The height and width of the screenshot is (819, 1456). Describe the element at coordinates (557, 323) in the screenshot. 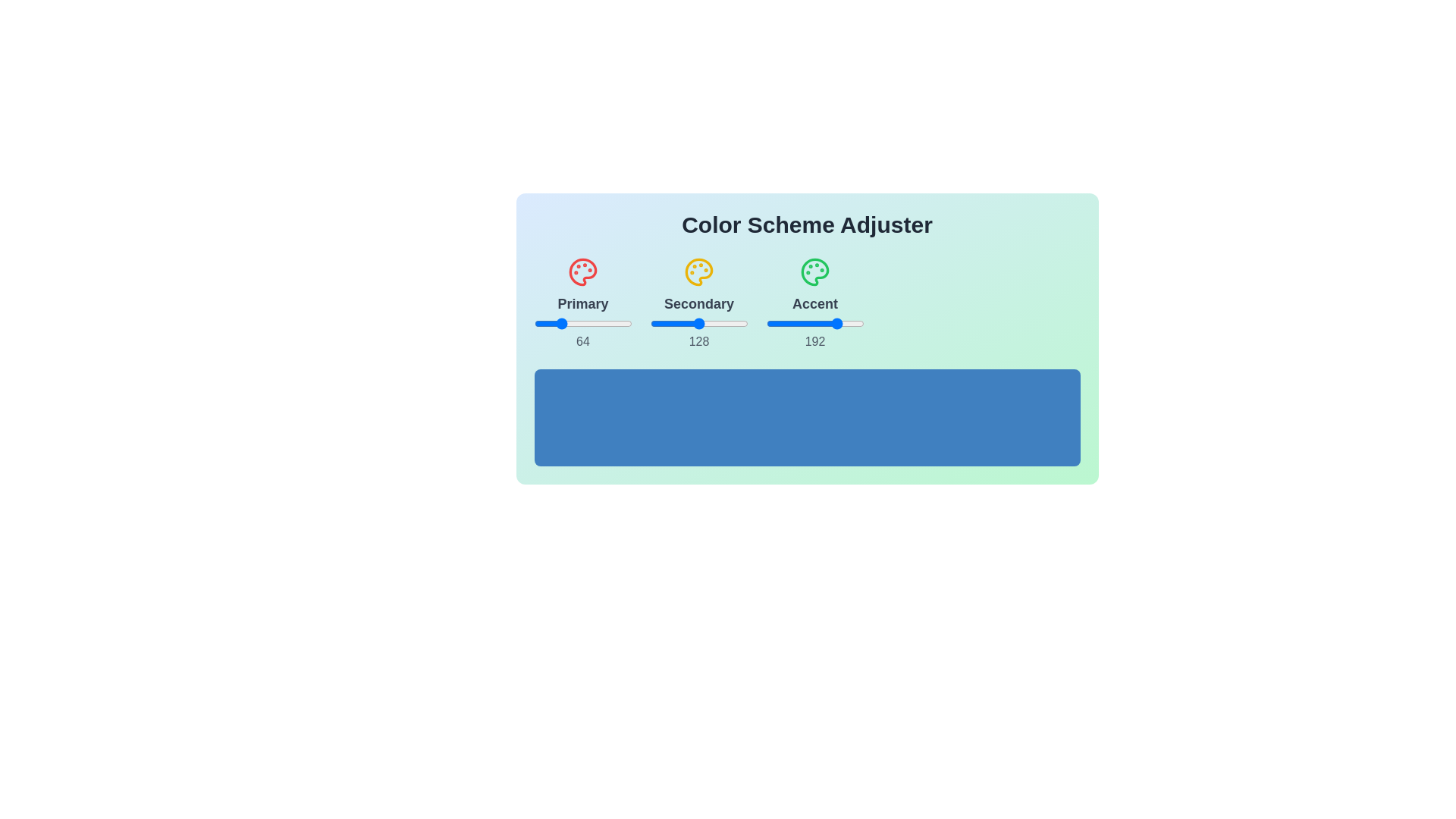

I see `the primary slider to set its value to 64` at that location.